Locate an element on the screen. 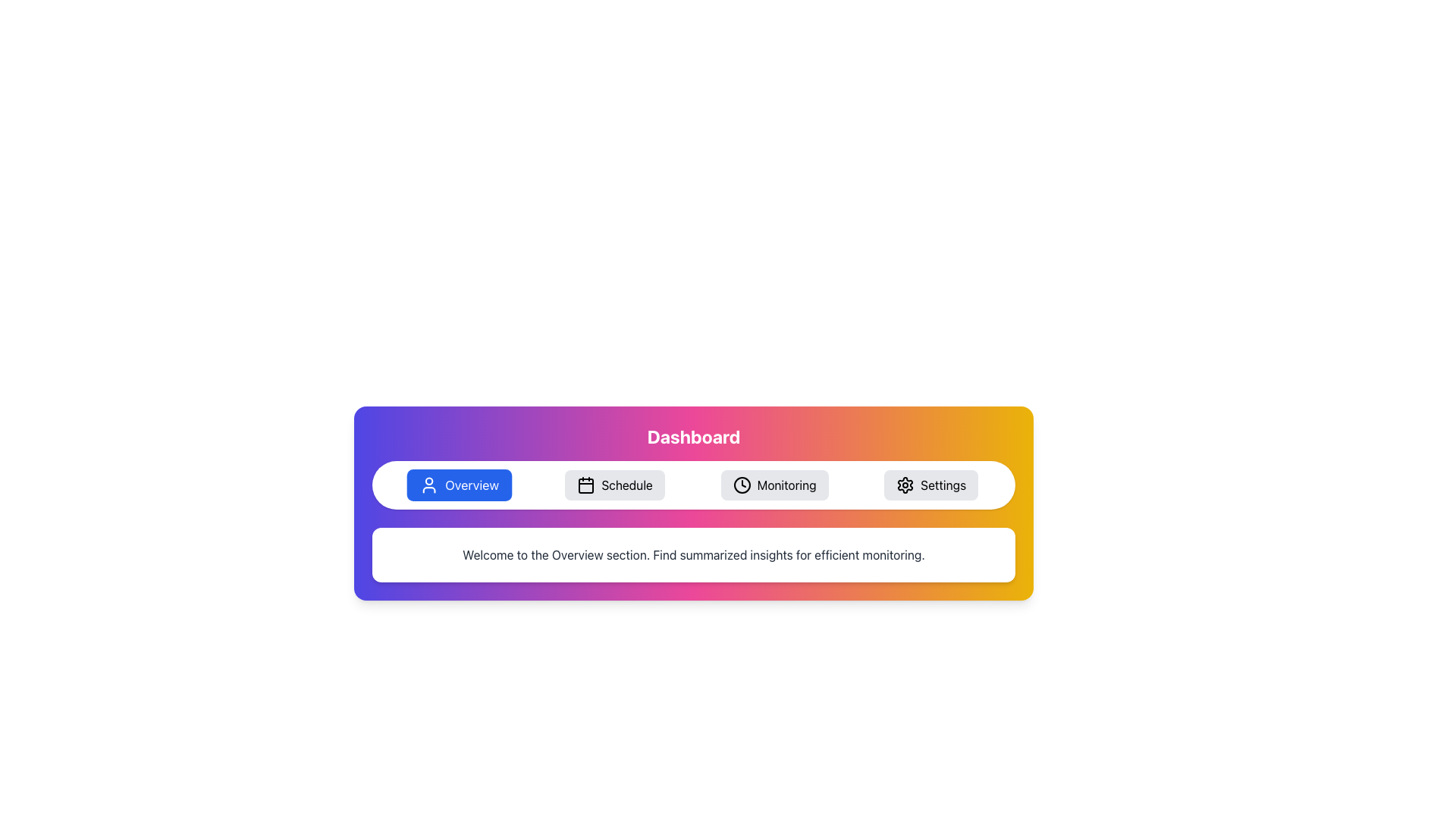 The image size is (1456, 819). the third button from the left in the horizontal row of four buttons at the bottom half of the interface is located at coordinates (774, 485).